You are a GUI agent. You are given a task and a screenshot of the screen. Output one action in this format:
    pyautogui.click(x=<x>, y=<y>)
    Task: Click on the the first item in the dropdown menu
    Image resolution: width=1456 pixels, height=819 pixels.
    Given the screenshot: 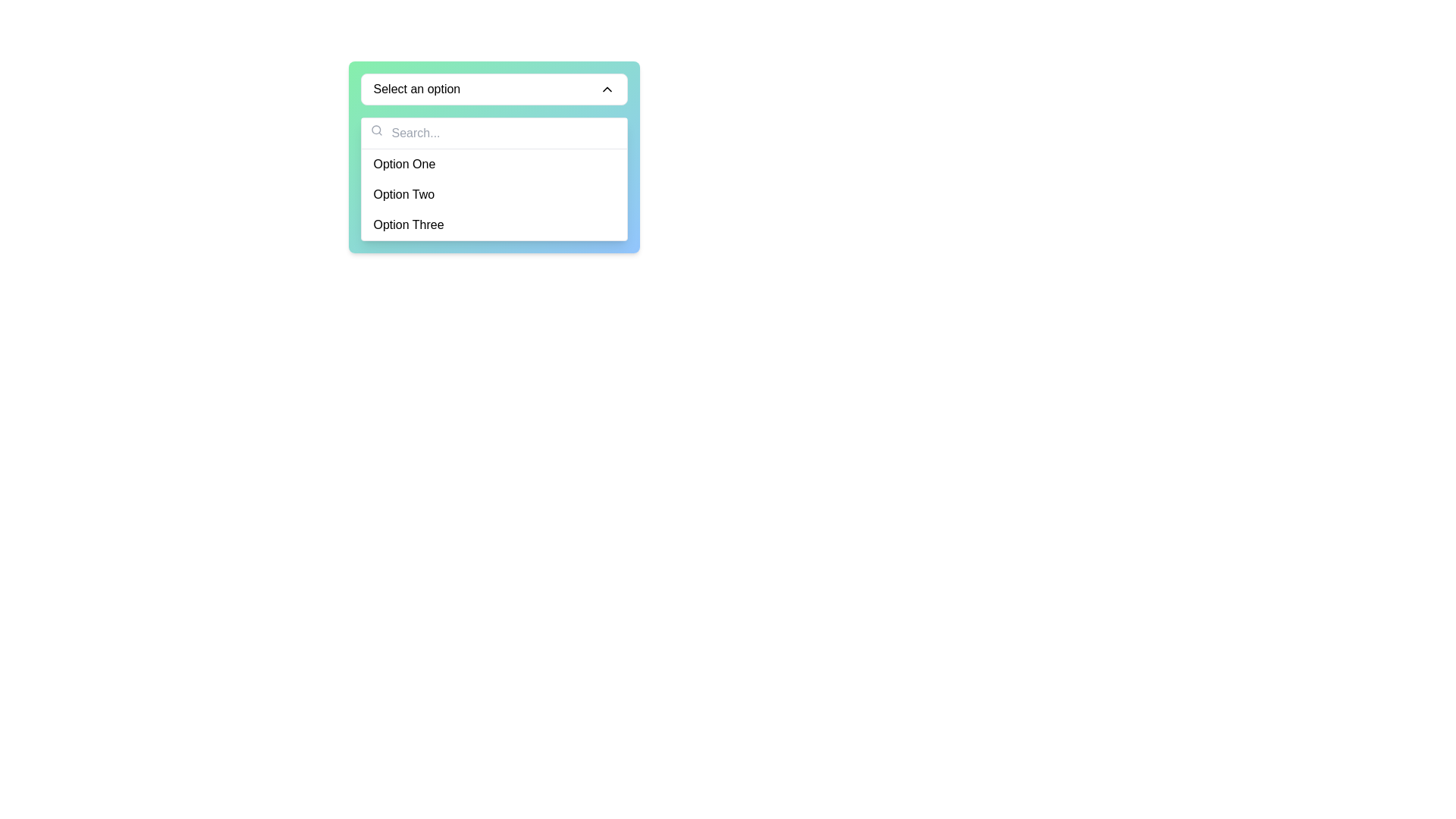 What is the action you would take?
    pyautogui.click(x=494, y=164)
    